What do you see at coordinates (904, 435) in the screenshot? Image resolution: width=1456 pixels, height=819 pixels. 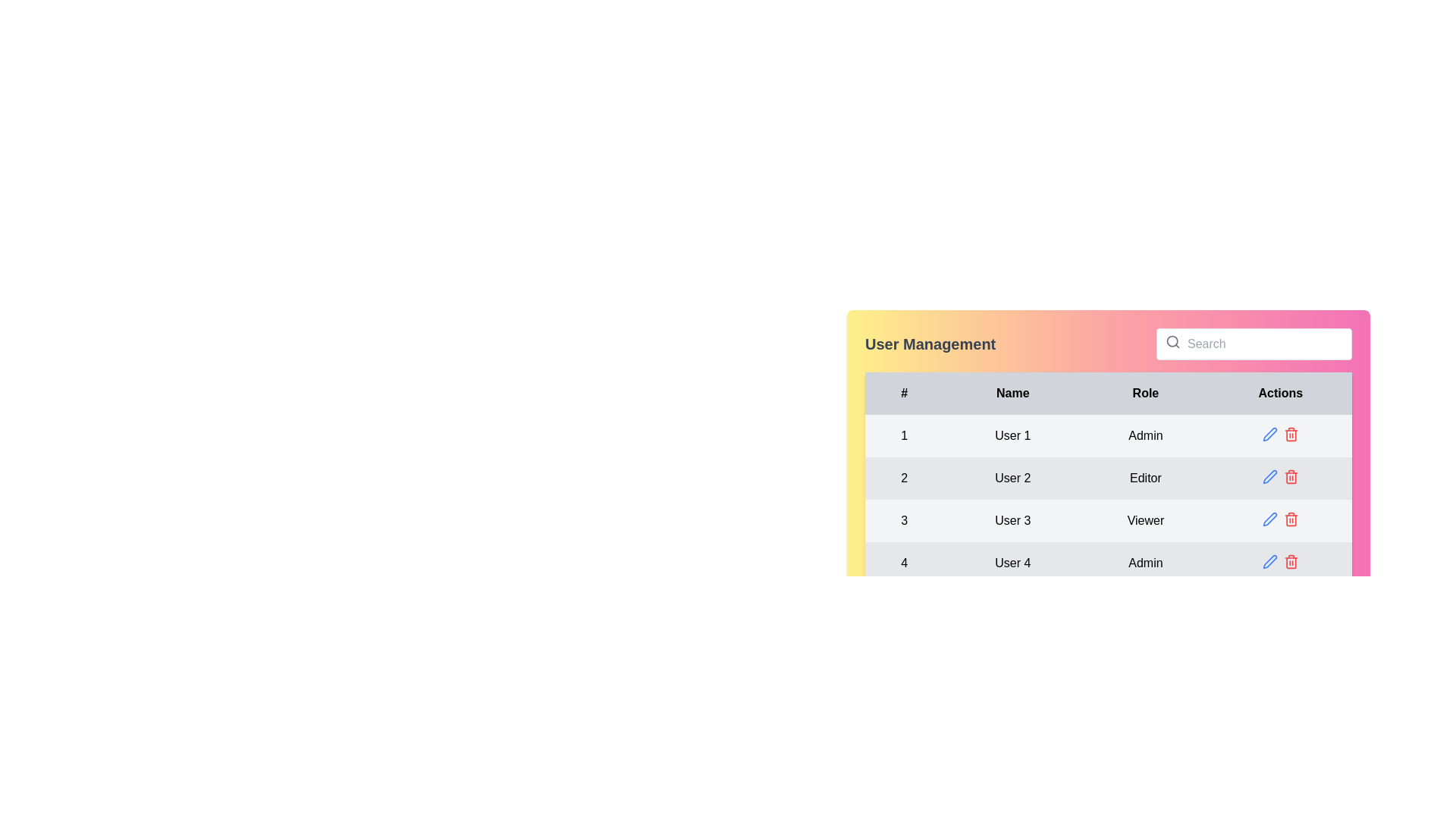 I see `text from the label representing the index or serial number of the corresponding row in the table, located in the top-left corner under the '#' column` at bounding box center [904, 435].